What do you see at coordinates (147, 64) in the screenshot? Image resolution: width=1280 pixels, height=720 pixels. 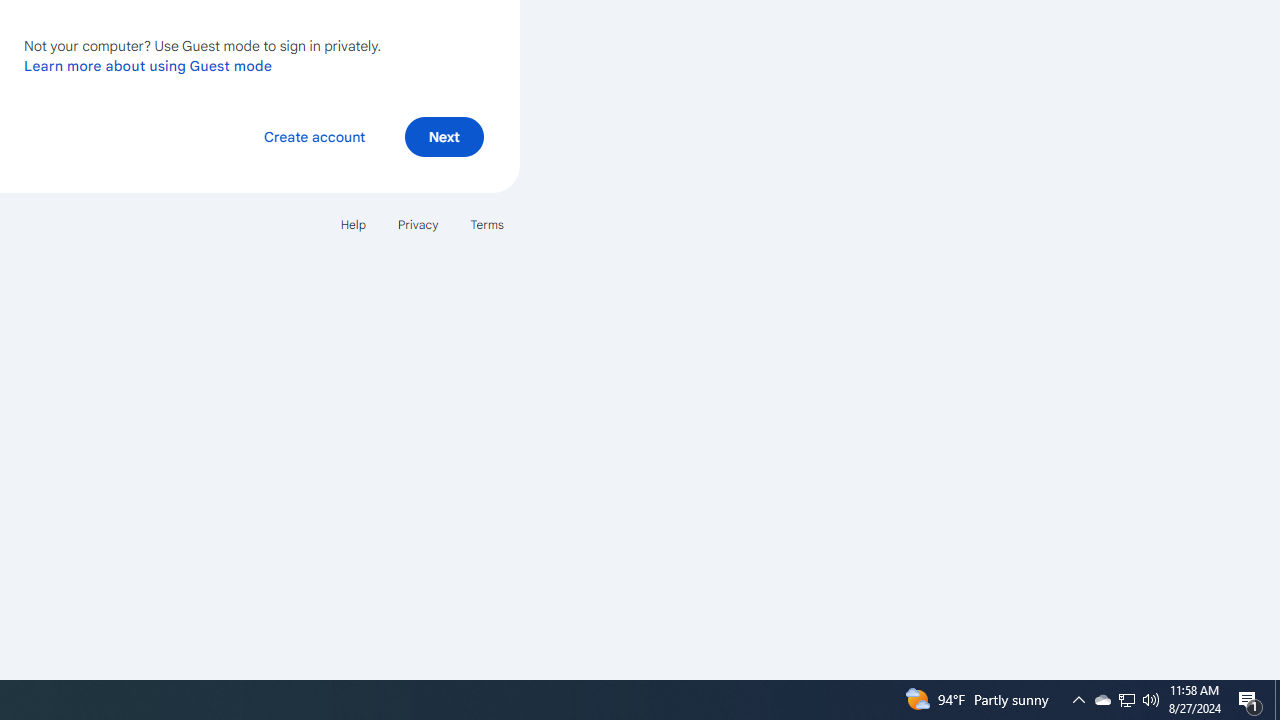 I see `'Learn more about using Guest mode'` at bounding box center [147, 64].